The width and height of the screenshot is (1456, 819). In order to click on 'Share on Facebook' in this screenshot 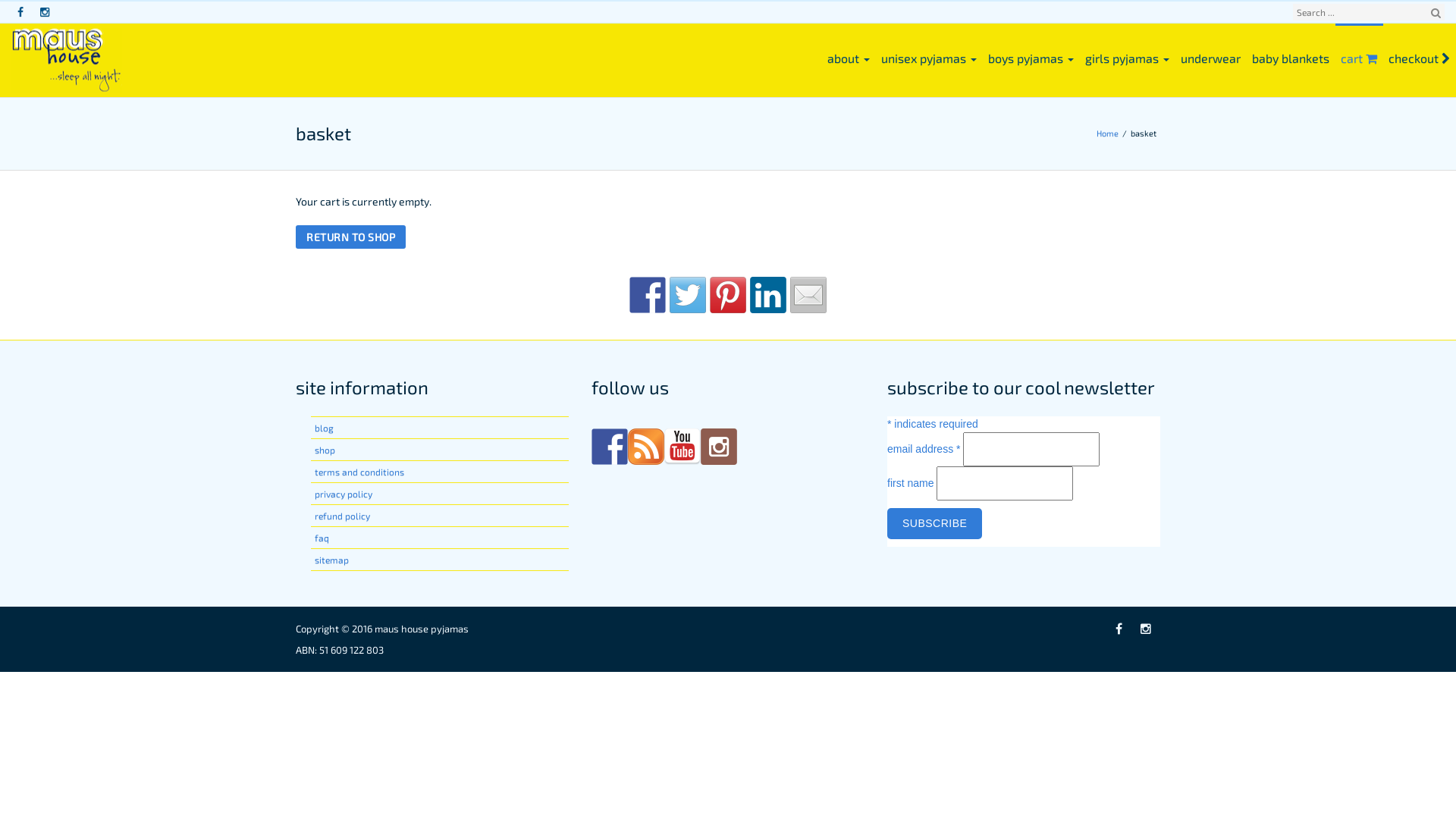, I will do `click(648, 295)`.